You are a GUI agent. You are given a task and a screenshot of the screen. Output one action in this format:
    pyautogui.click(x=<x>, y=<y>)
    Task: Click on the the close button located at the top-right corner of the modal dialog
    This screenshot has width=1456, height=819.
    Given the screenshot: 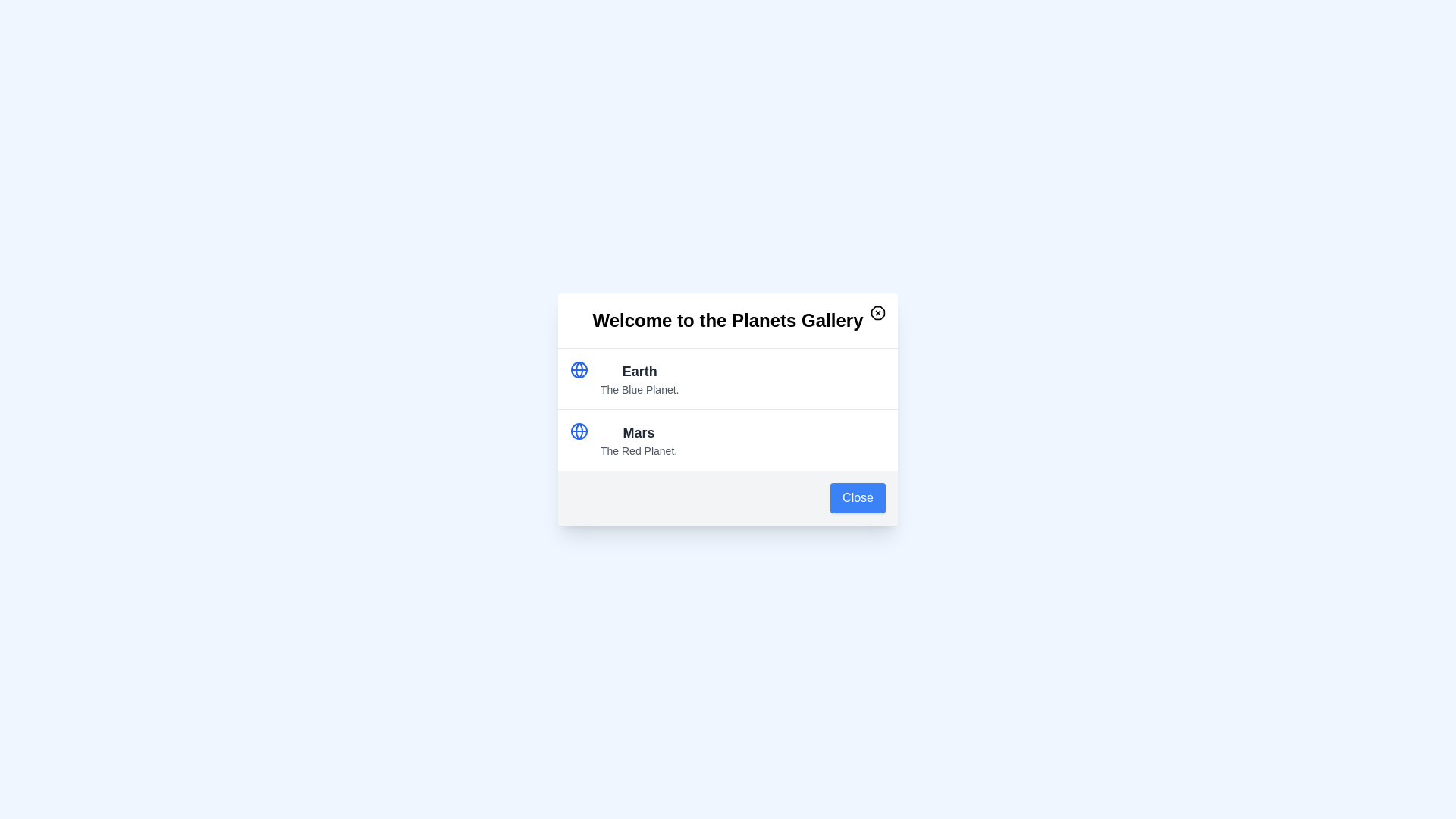 What is the action you would take?
    pyautogui.click(x=877, y=312)
    